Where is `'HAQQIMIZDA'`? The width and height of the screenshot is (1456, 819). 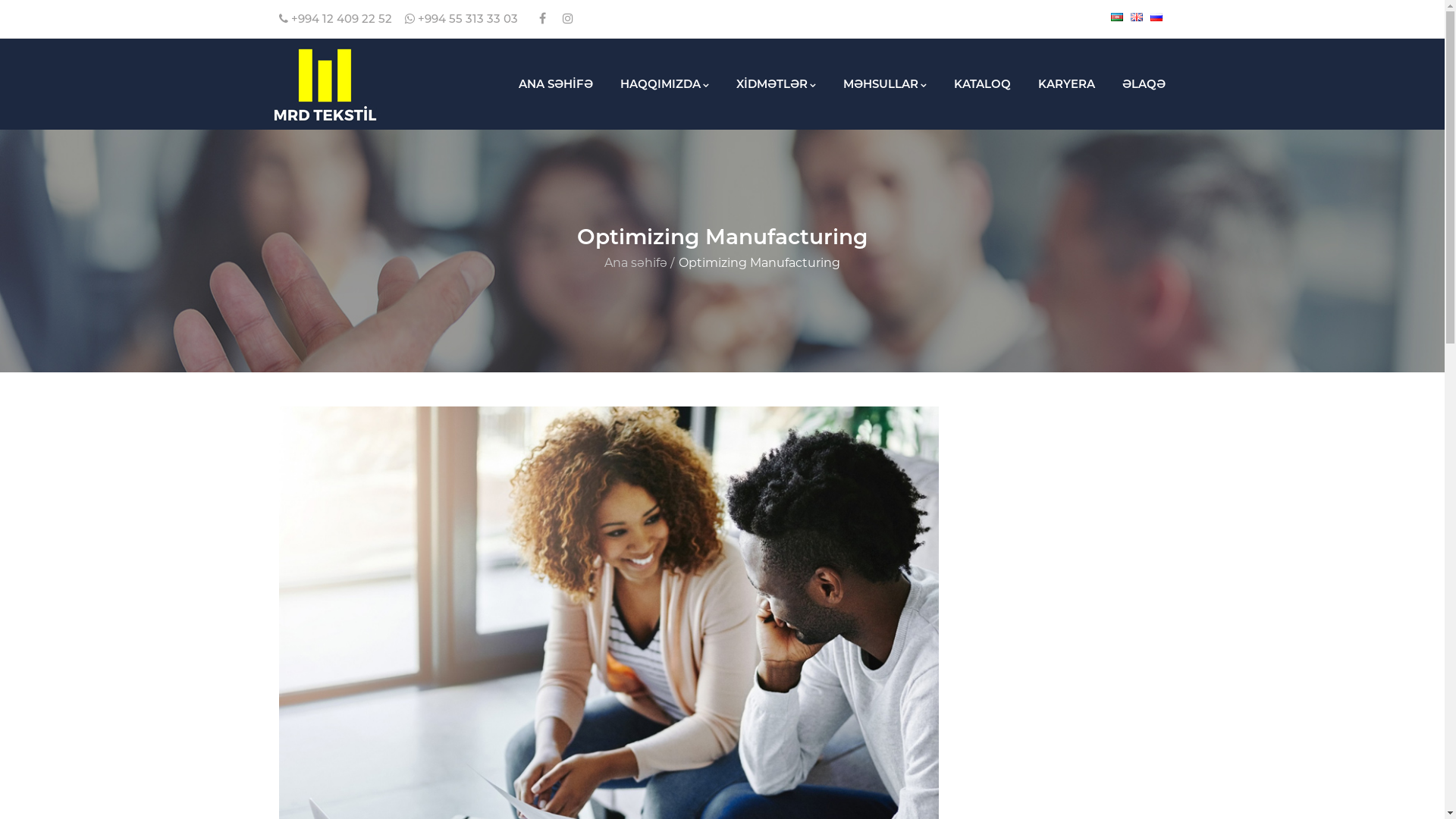 'HAQQIMIZDA' is located at coordinates (664, 84).